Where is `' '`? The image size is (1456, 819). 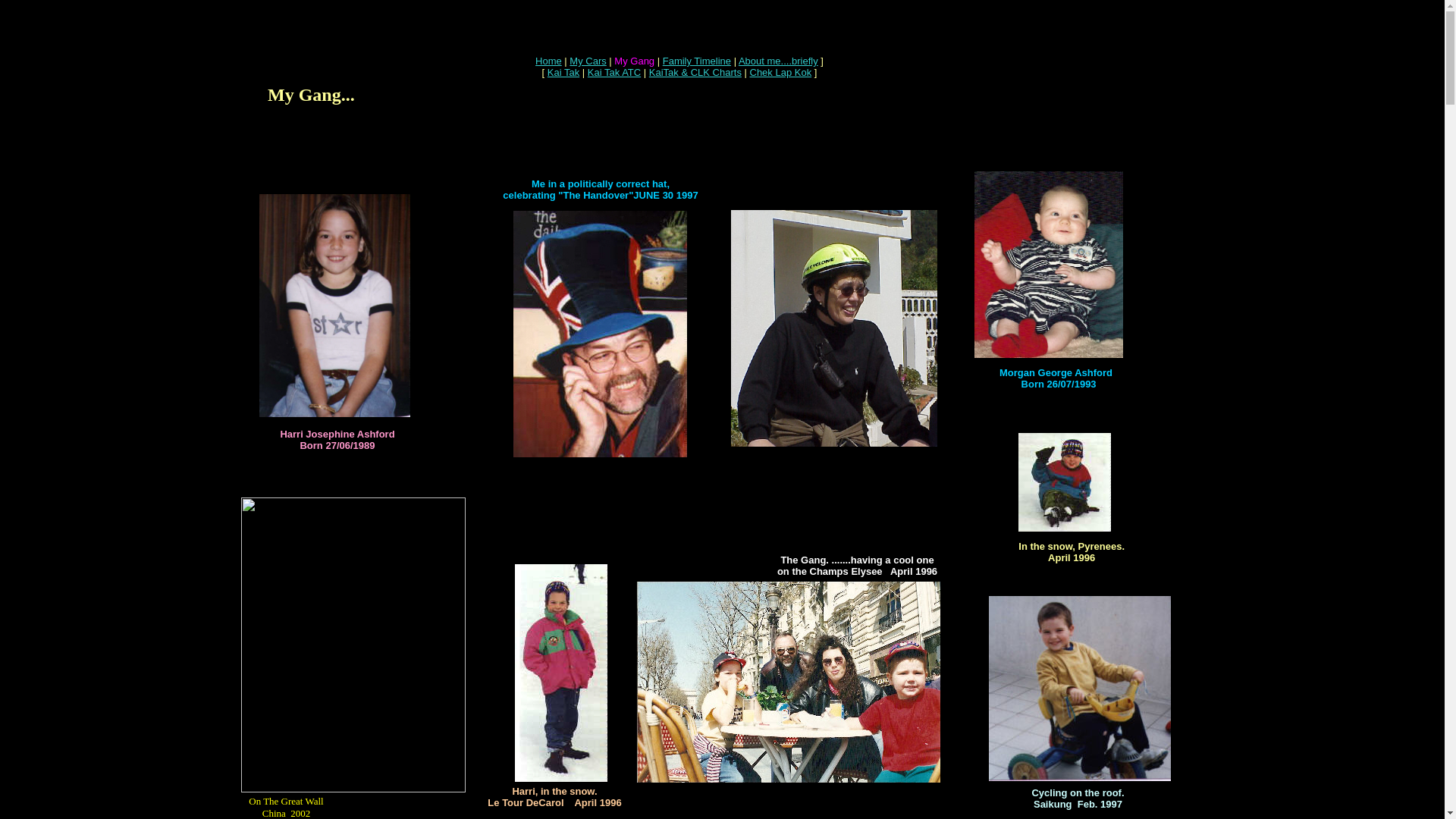
' ' is located at coordinates (381, 162).